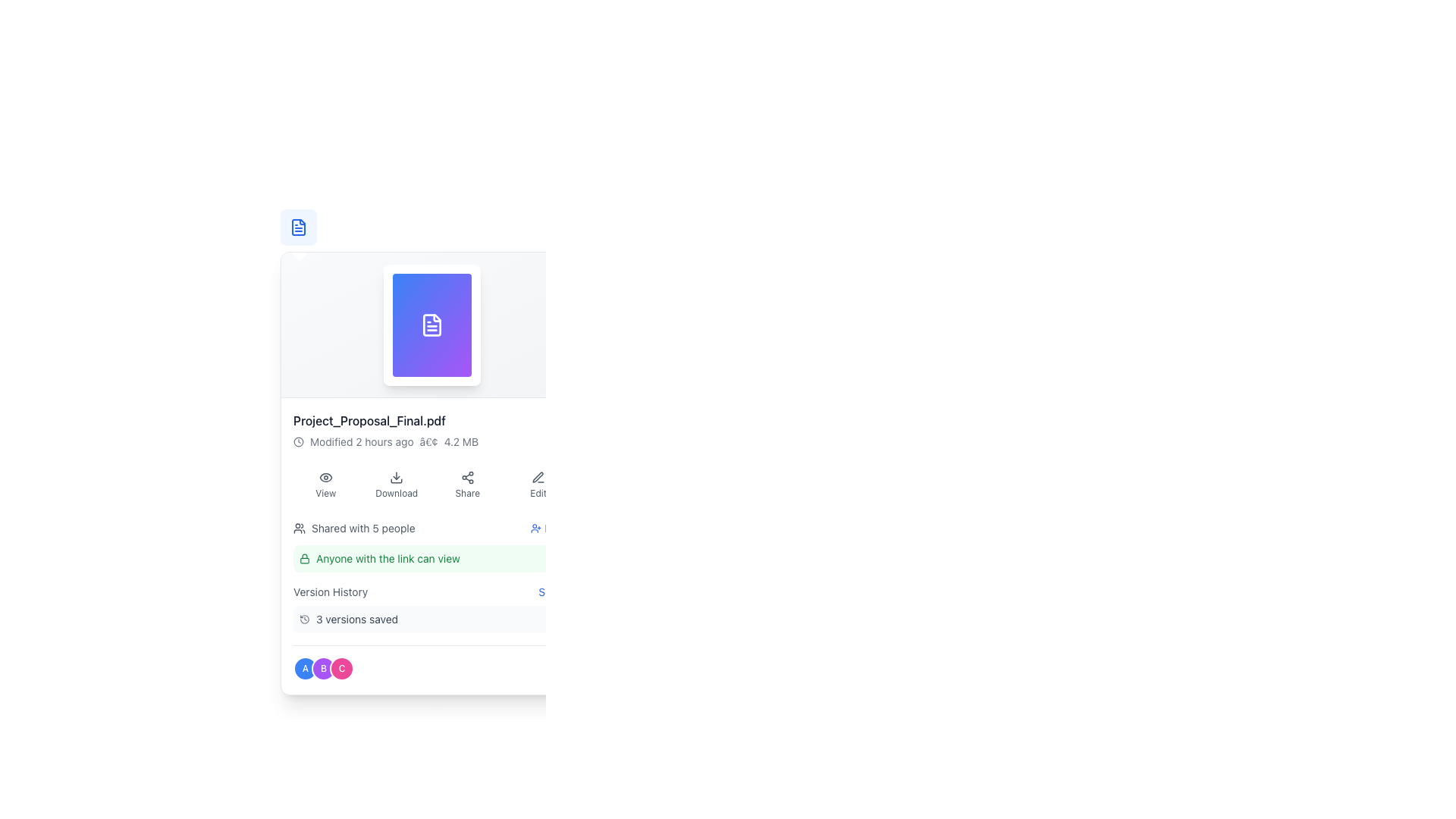  What do you see at coordinates (538, 485) in the screenshot?
I see `the 'Edit' button, which has a pen icon above the text in gray font, located at the bottom right of the card containing file details` at bounding box center [538, 485].